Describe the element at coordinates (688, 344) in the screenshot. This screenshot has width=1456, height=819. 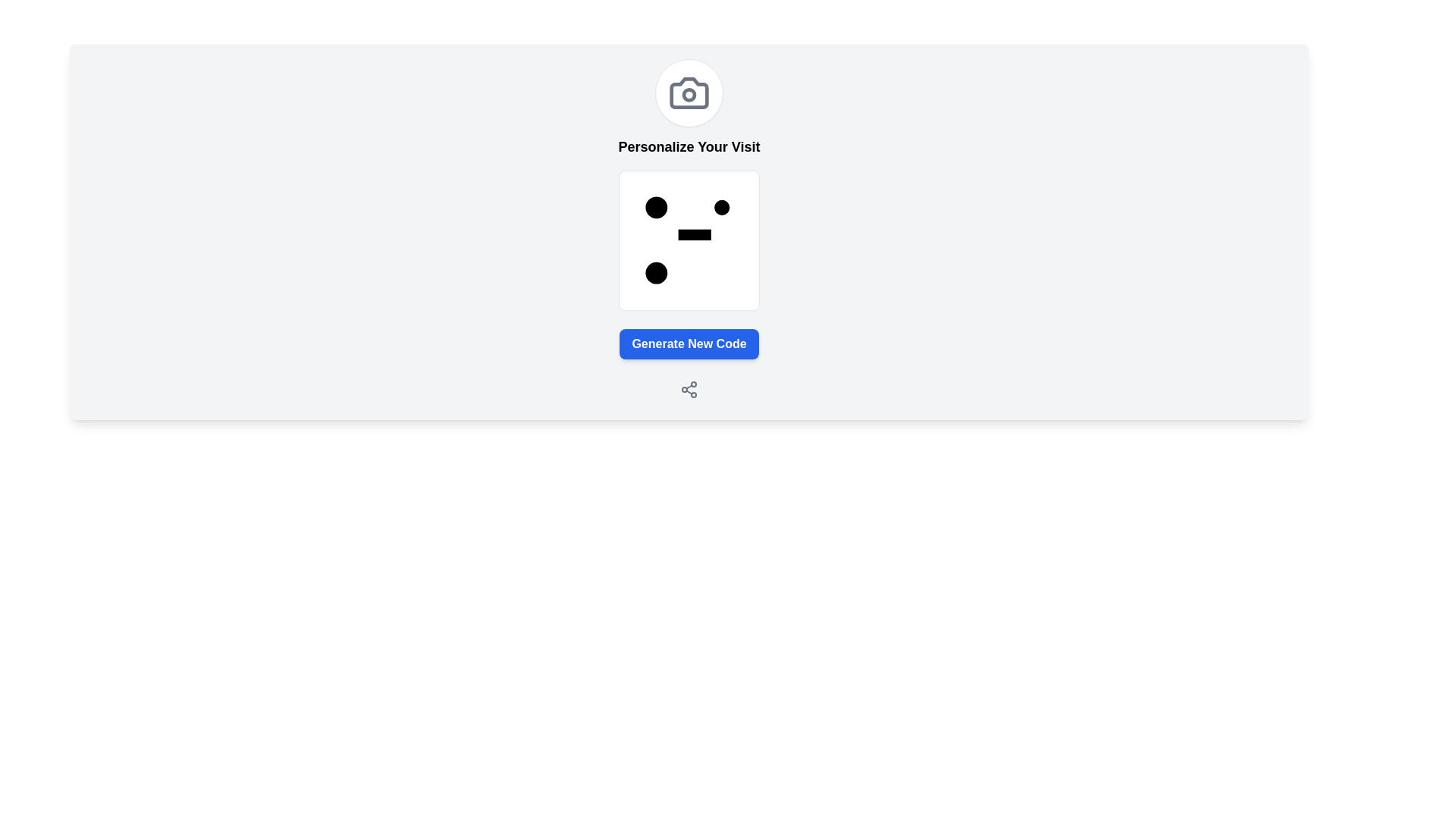
I see `the rectangular button with a blue background and white text that reads 'Generate New Code'` at that location.